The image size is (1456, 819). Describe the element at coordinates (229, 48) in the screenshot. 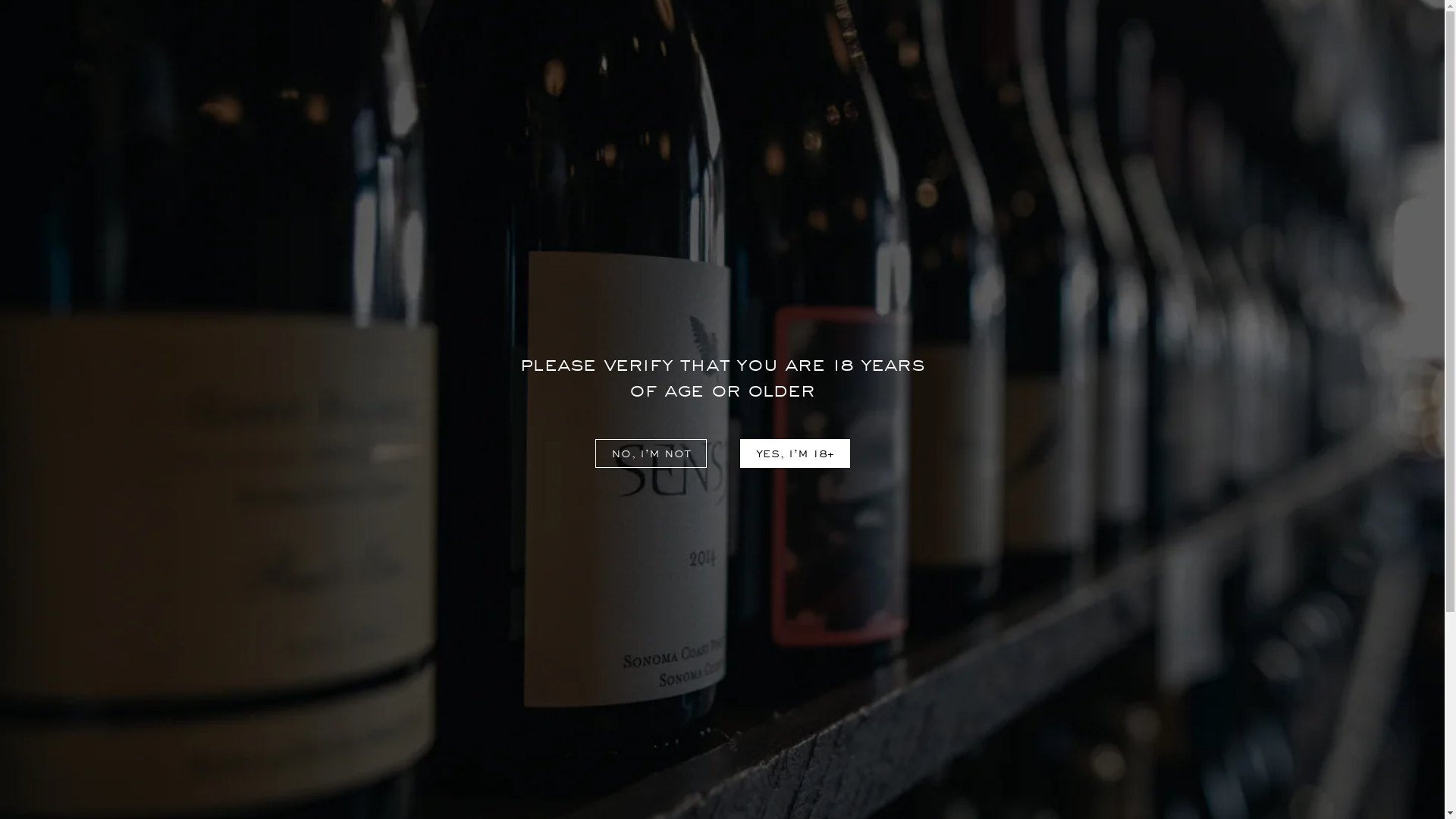

I see `'Wine Regions'` at that location.